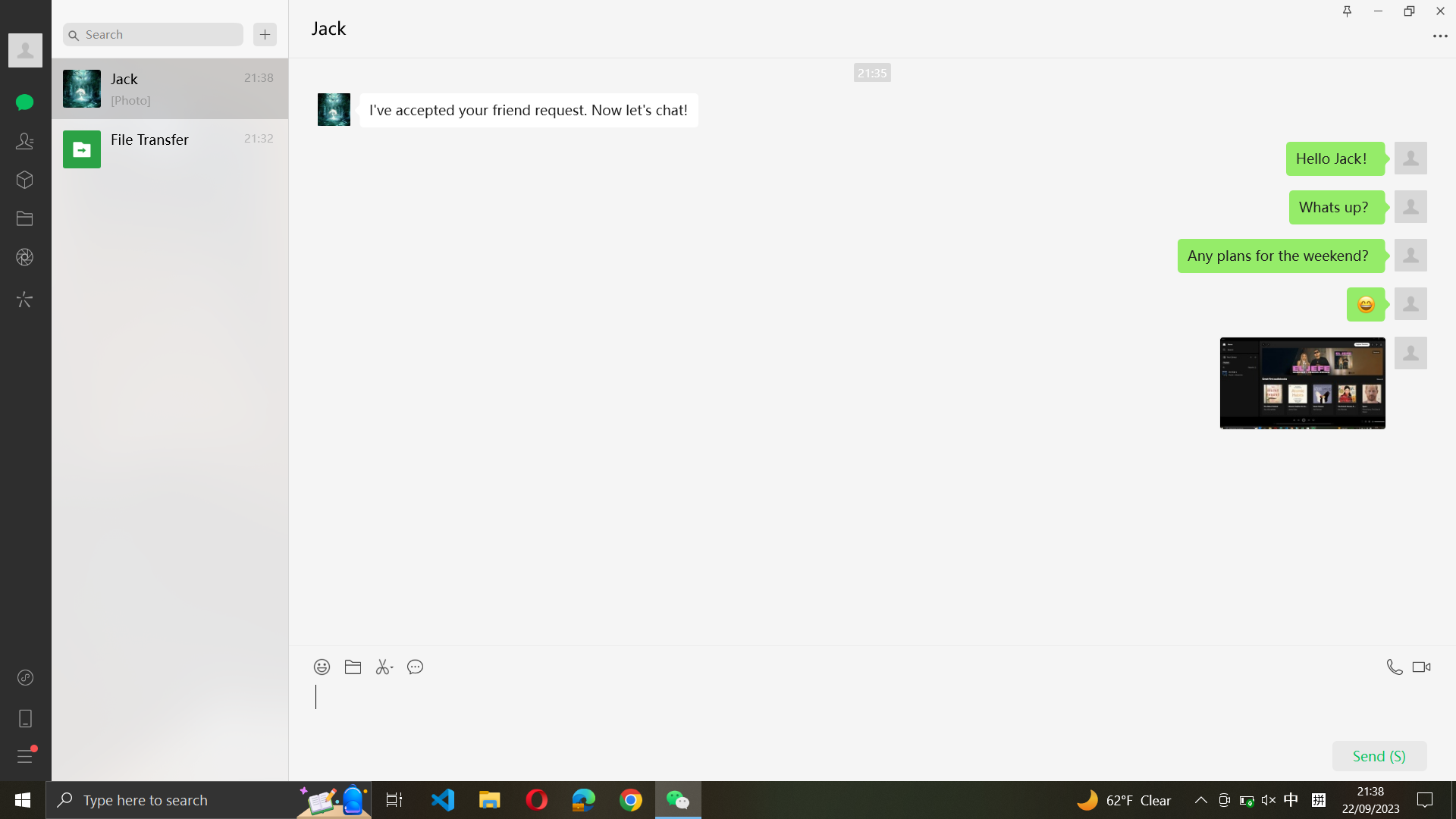  I want to click on the new chat option, so click(265, 34).